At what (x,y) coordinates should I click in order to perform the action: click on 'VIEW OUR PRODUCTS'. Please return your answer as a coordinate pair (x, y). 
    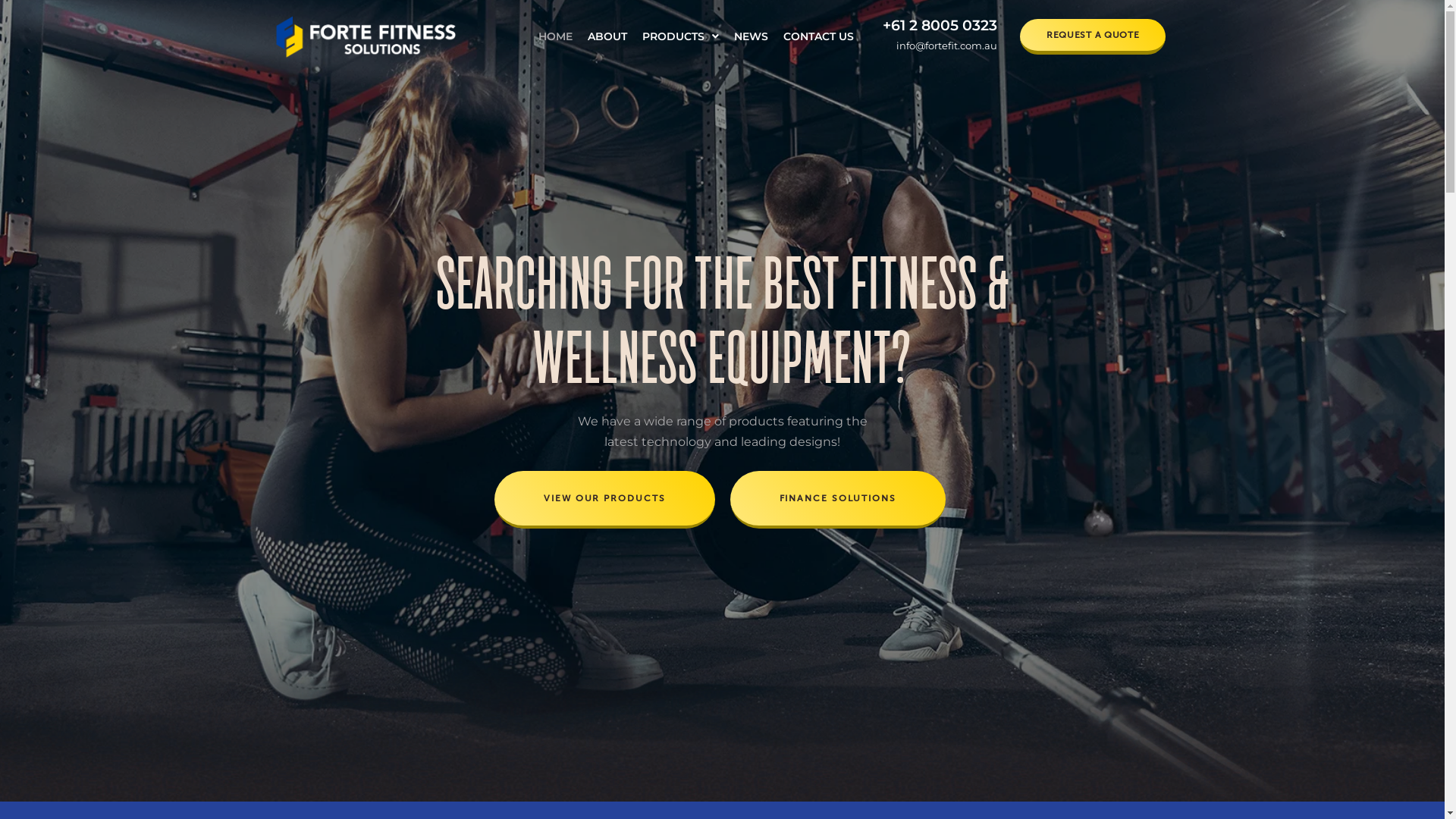
    Looking at the image, I should click on (603, 500).